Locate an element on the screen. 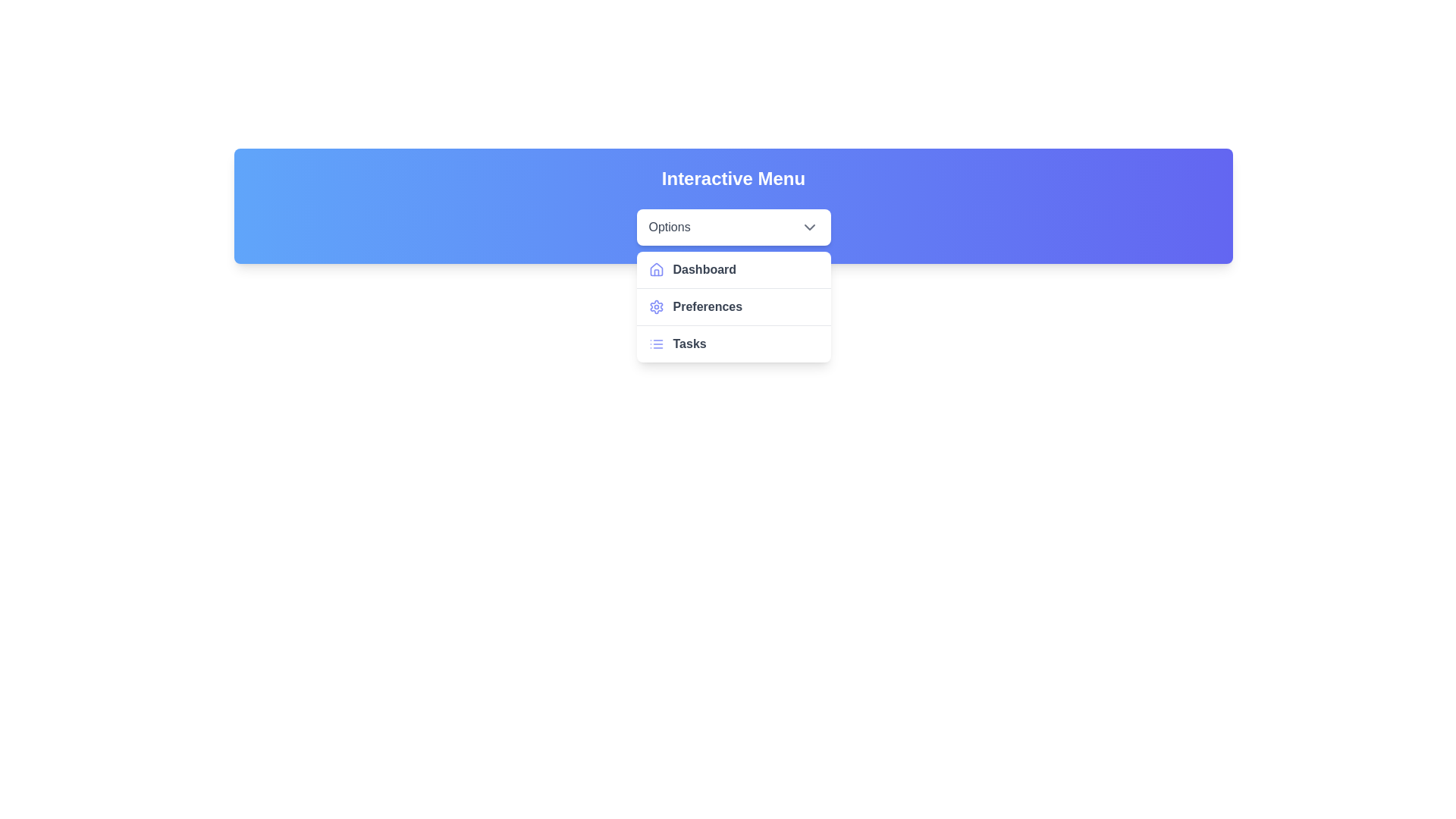 This screenshot has height=819, width=1456. the 'Tasks' text label in the dropdown menu is located at coordinates (689, 344).